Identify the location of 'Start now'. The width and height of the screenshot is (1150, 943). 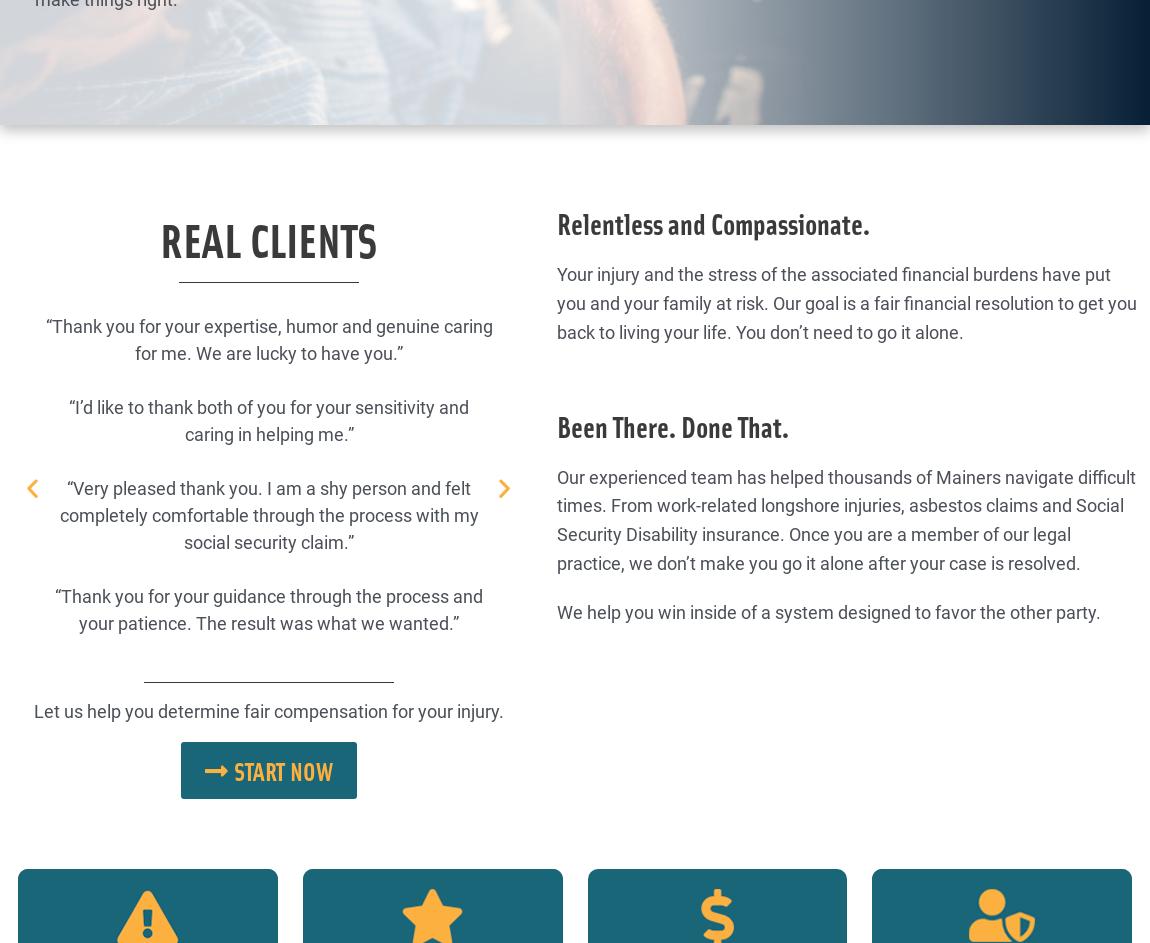
(231, 769).